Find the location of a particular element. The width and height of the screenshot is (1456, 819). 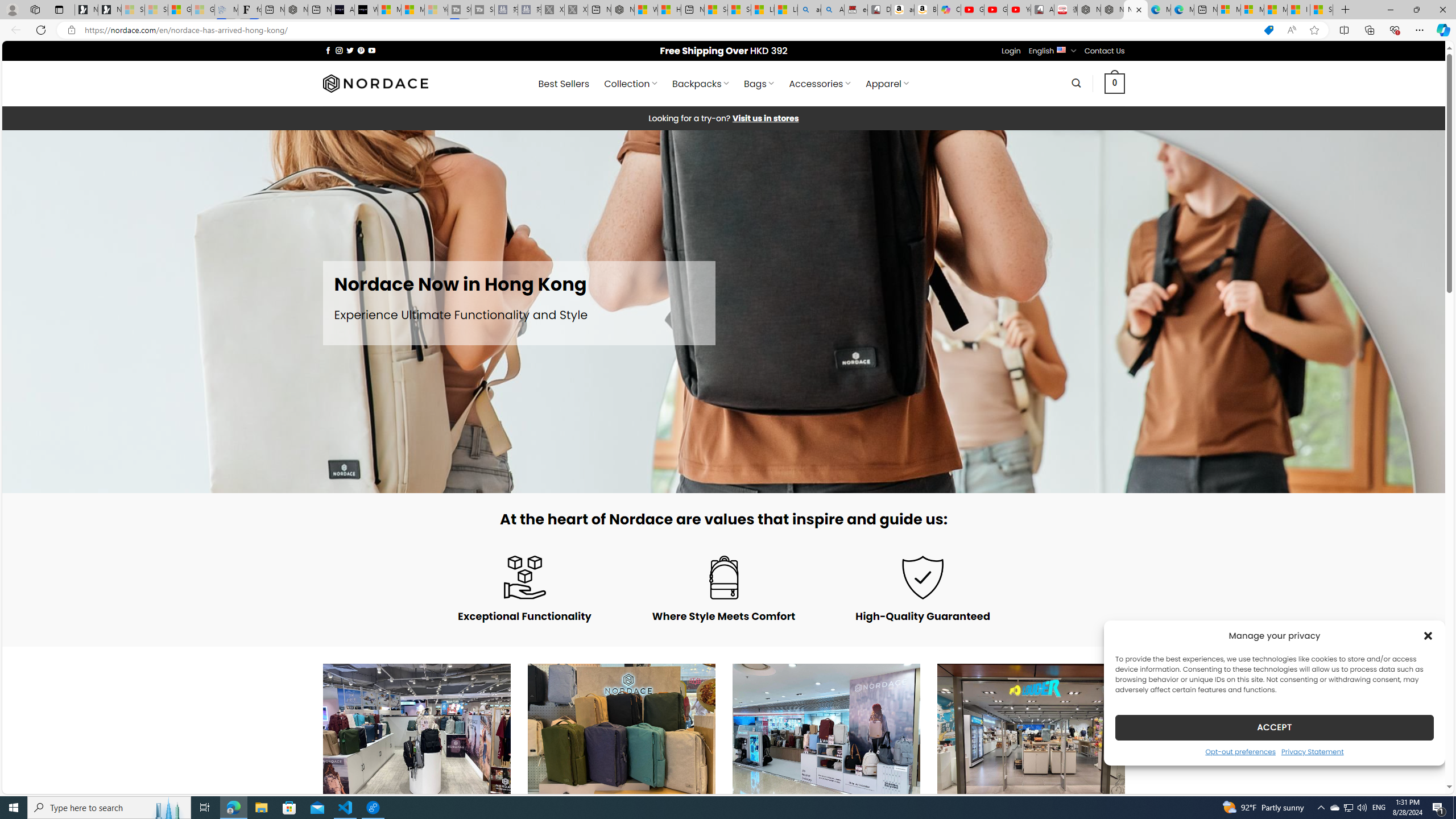

'Streaming Coverage | T3 - Sleeping' is located at coordinates (459, 9).